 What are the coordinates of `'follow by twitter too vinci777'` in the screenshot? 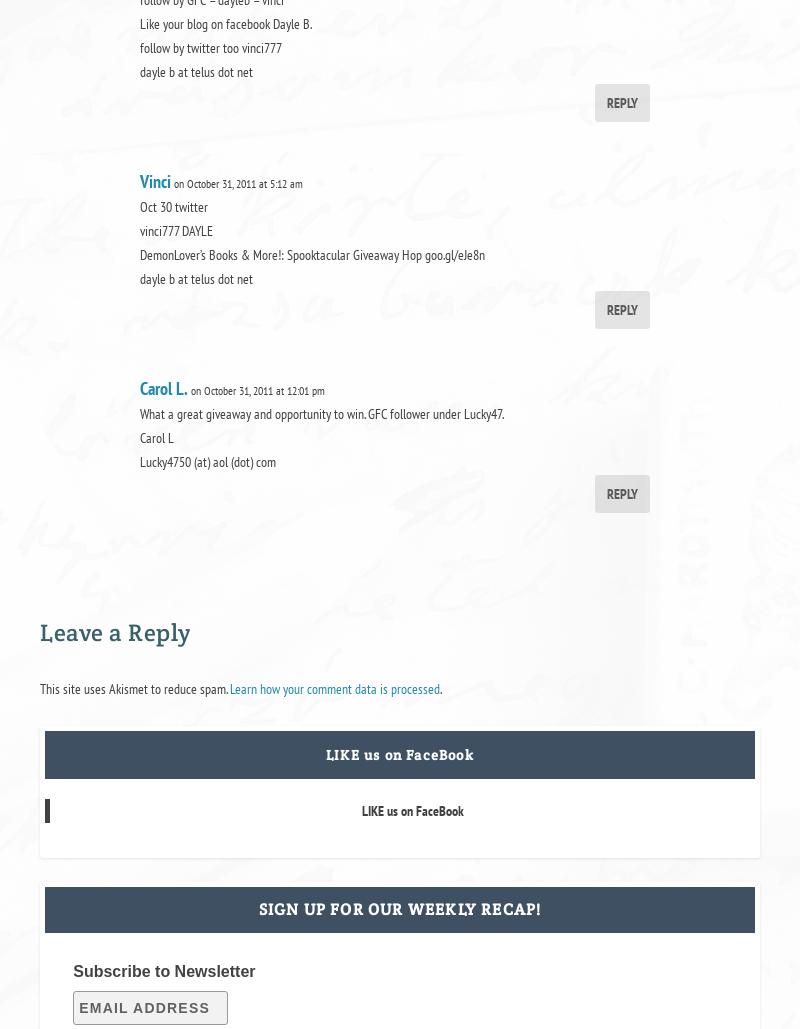 It's located at (210, 47).